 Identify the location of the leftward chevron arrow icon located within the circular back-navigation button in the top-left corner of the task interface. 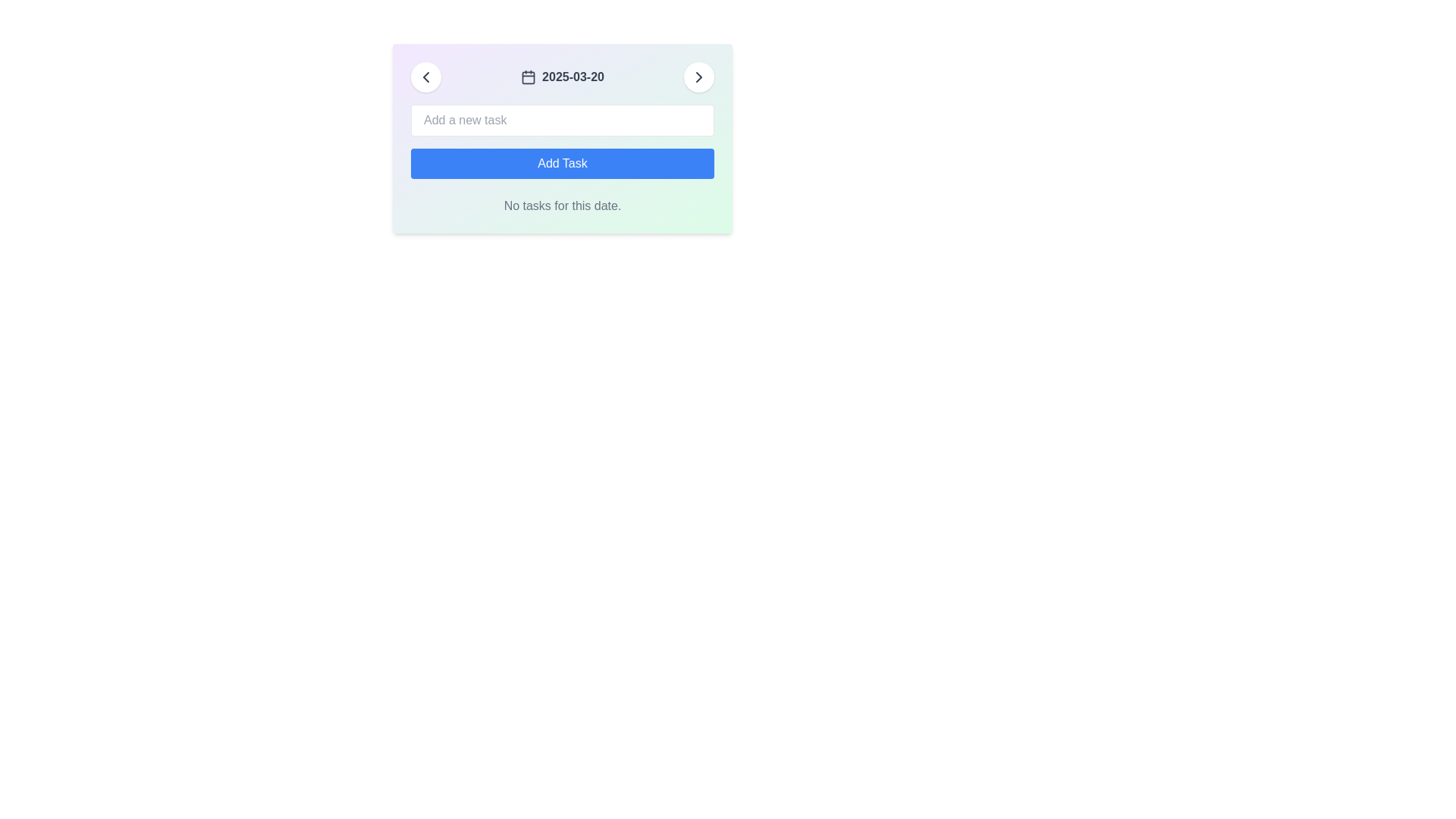
(425, 77).